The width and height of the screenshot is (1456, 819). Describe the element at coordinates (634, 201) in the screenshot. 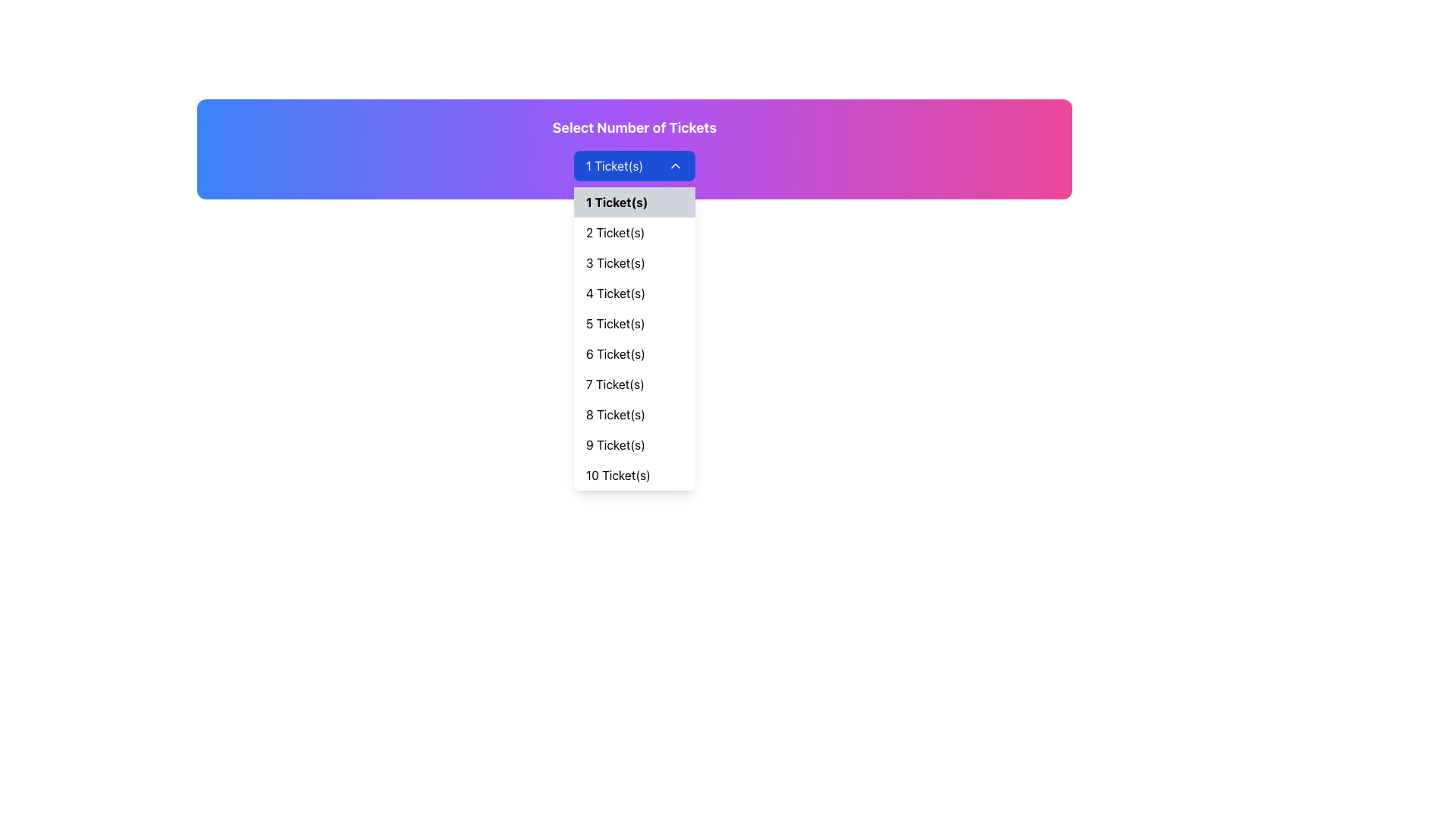

I see `the '1 Ticket(s)' text item in the dropdown menu` at that location.